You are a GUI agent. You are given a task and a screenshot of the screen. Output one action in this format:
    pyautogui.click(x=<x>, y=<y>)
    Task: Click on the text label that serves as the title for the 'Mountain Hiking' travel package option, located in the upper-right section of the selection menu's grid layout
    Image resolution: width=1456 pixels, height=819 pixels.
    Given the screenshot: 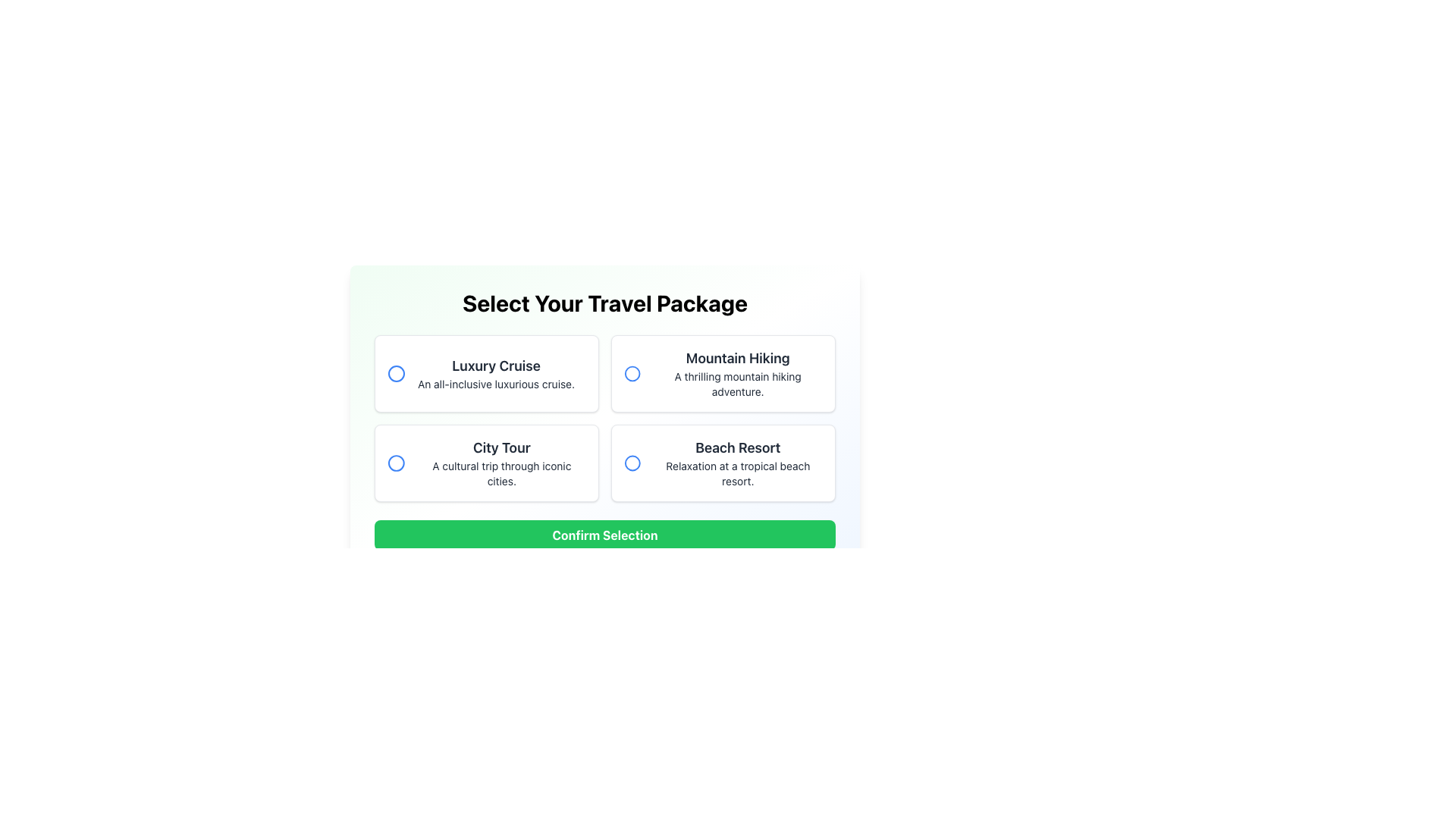 What is the action you would take?
    pyautogui.click(x=738, y=359)
    